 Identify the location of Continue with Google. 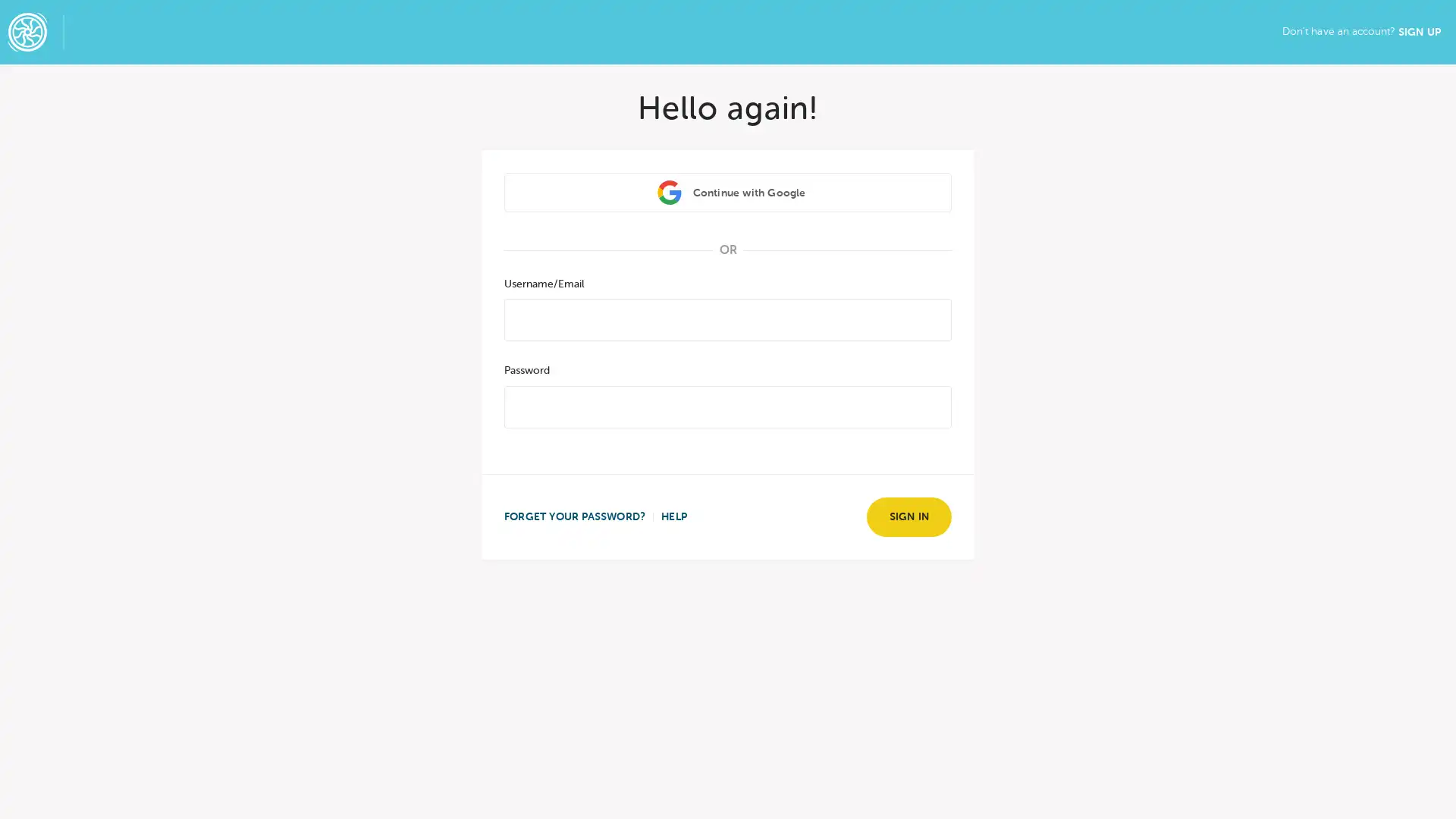
(728, 191).